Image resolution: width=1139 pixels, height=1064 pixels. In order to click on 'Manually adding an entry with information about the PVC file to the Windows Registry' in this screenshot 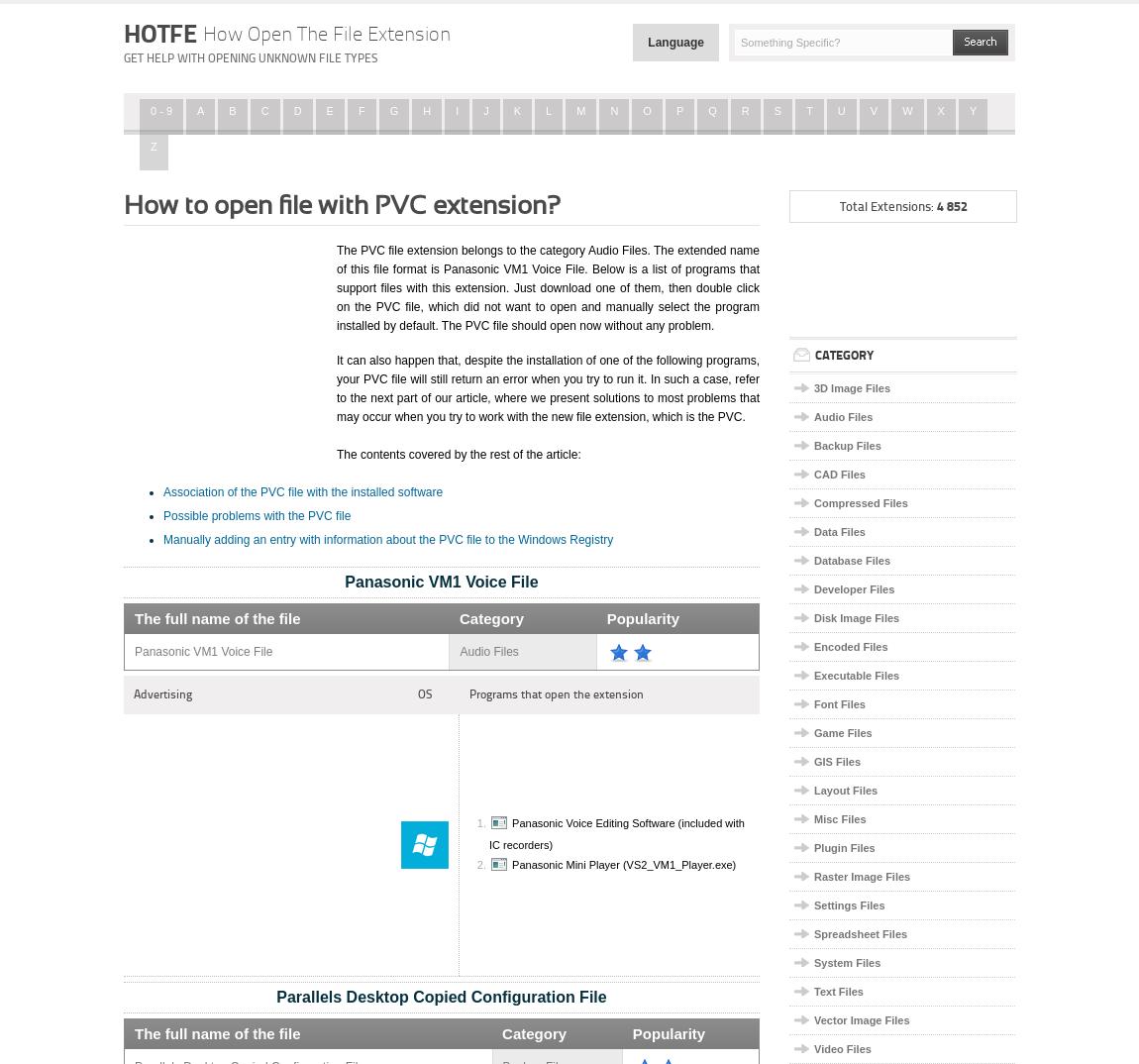, I will do `click(388, 538)`.